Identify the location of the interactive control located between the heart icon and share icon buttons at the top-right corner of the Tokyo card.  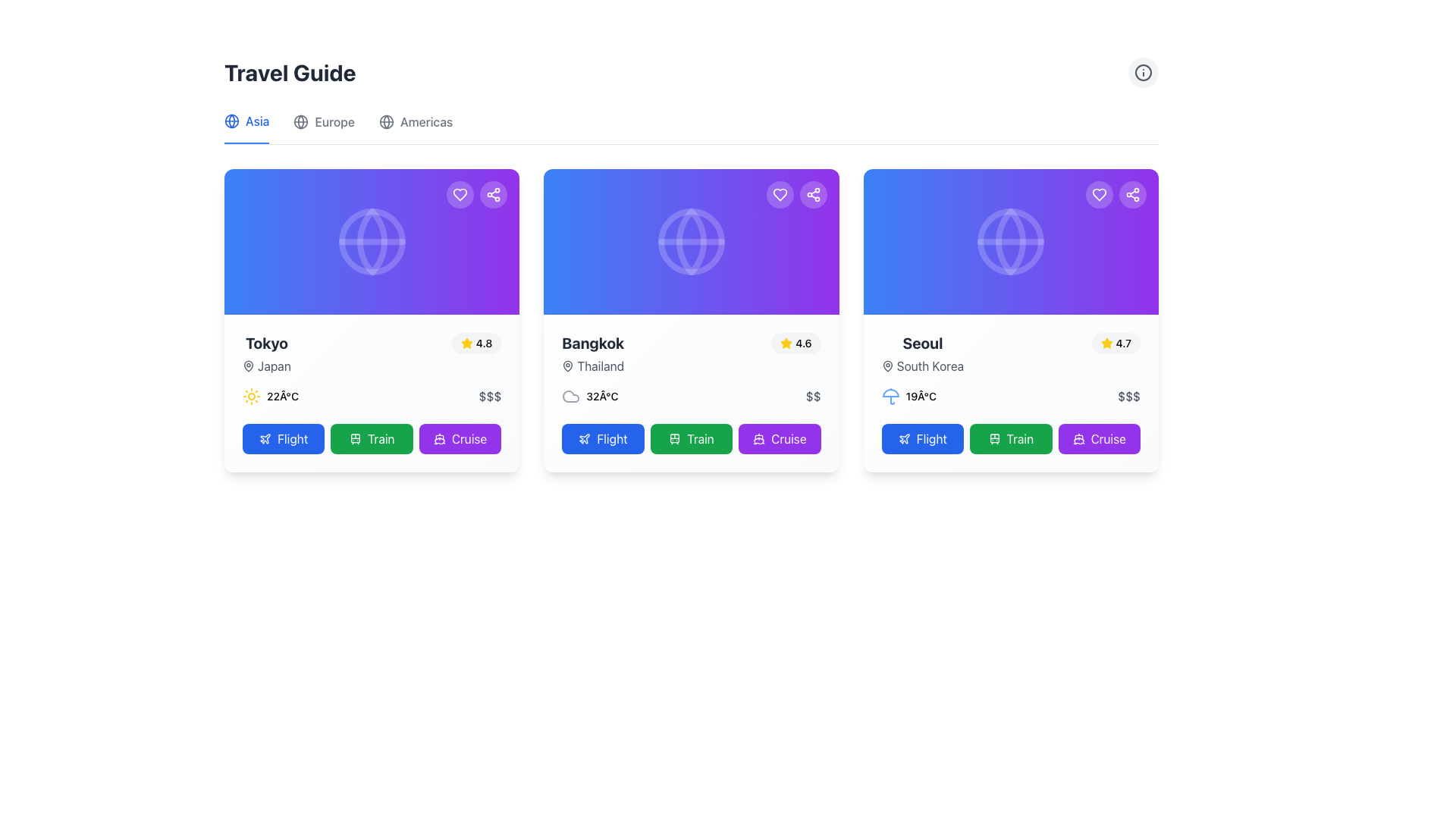
(476, 194).